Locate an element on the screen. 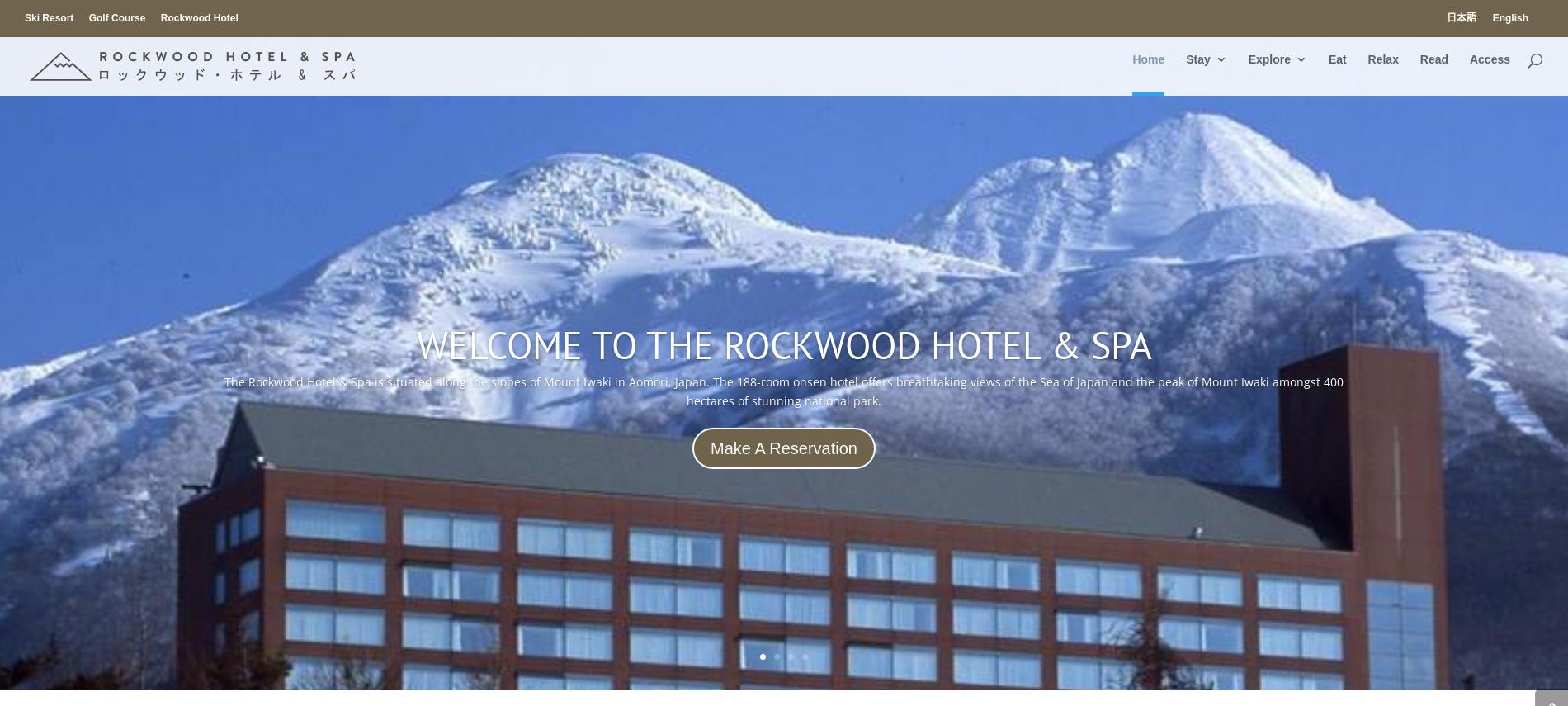  'The Rockwood Hotel & Spa is situated along the slopes of Mount Iwaki in Aomori, Japan. The 188-room onsen hotel offers breathtaking views of the Sea of Japan and the peak of Mount Iwaki amongst 400 hectares of stunning national park.' is located at coordinates (224, 391).